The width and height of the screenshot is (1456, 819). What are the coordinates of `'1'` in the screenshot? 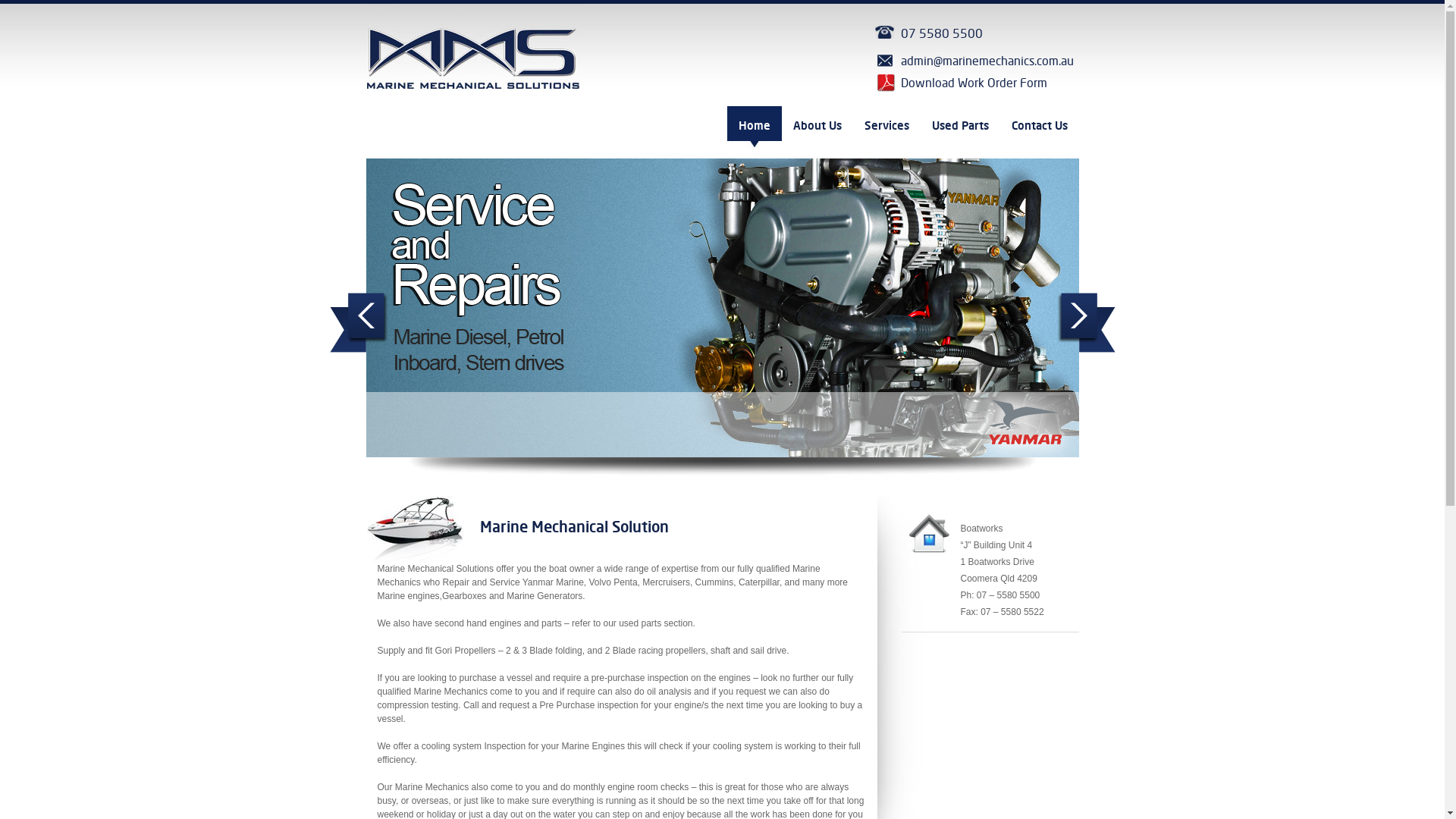 It's located at (562, 480).